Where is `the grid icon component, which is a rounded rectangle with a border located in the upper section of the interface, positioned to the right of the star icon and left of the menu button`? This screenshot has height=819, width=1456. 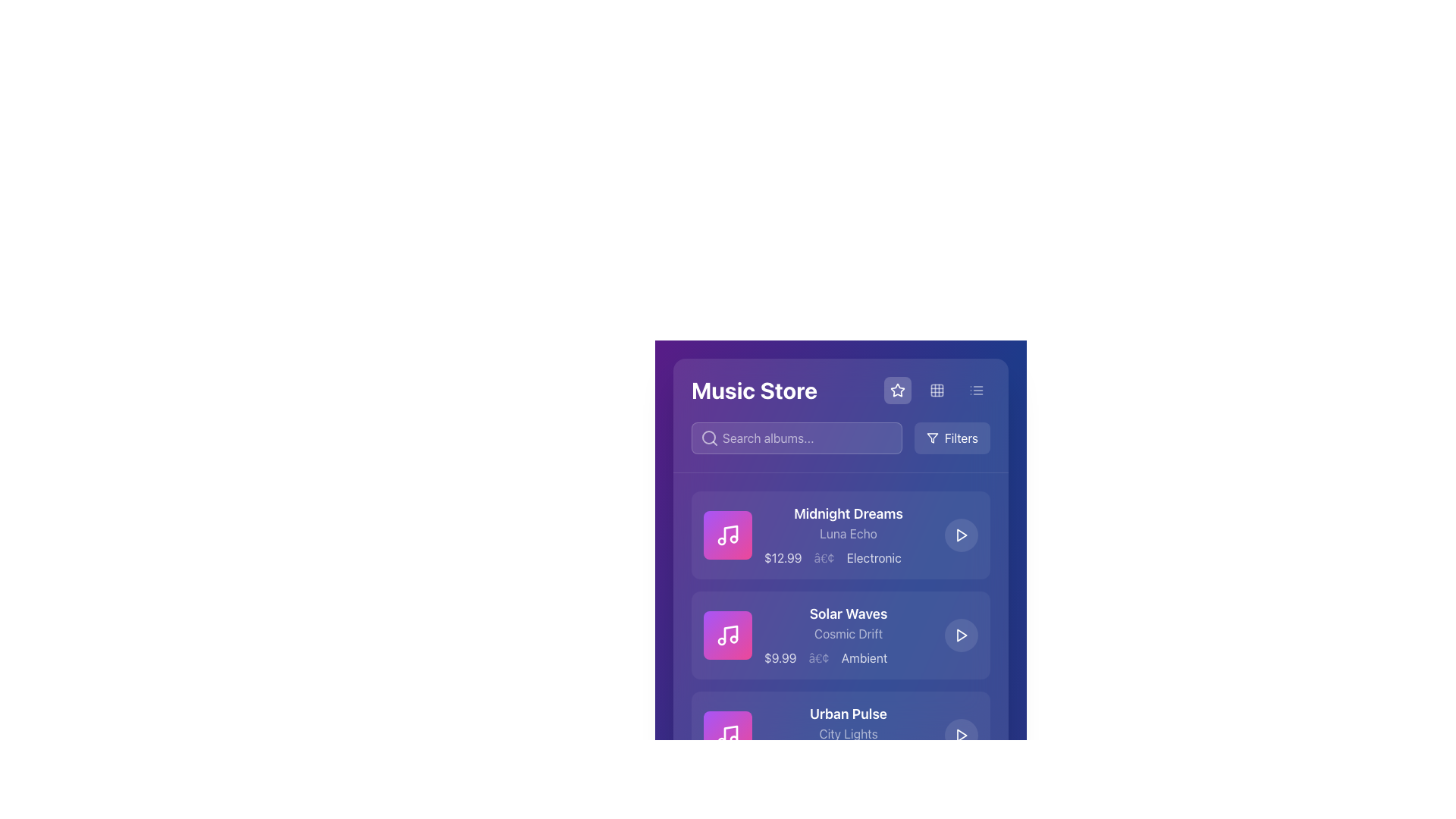
the grid icon component, which is a rounded rectangle with a border located in the upper section of the interface, positioned to the right of the star icon and left of the menu button is located at coordinates (937, 390).